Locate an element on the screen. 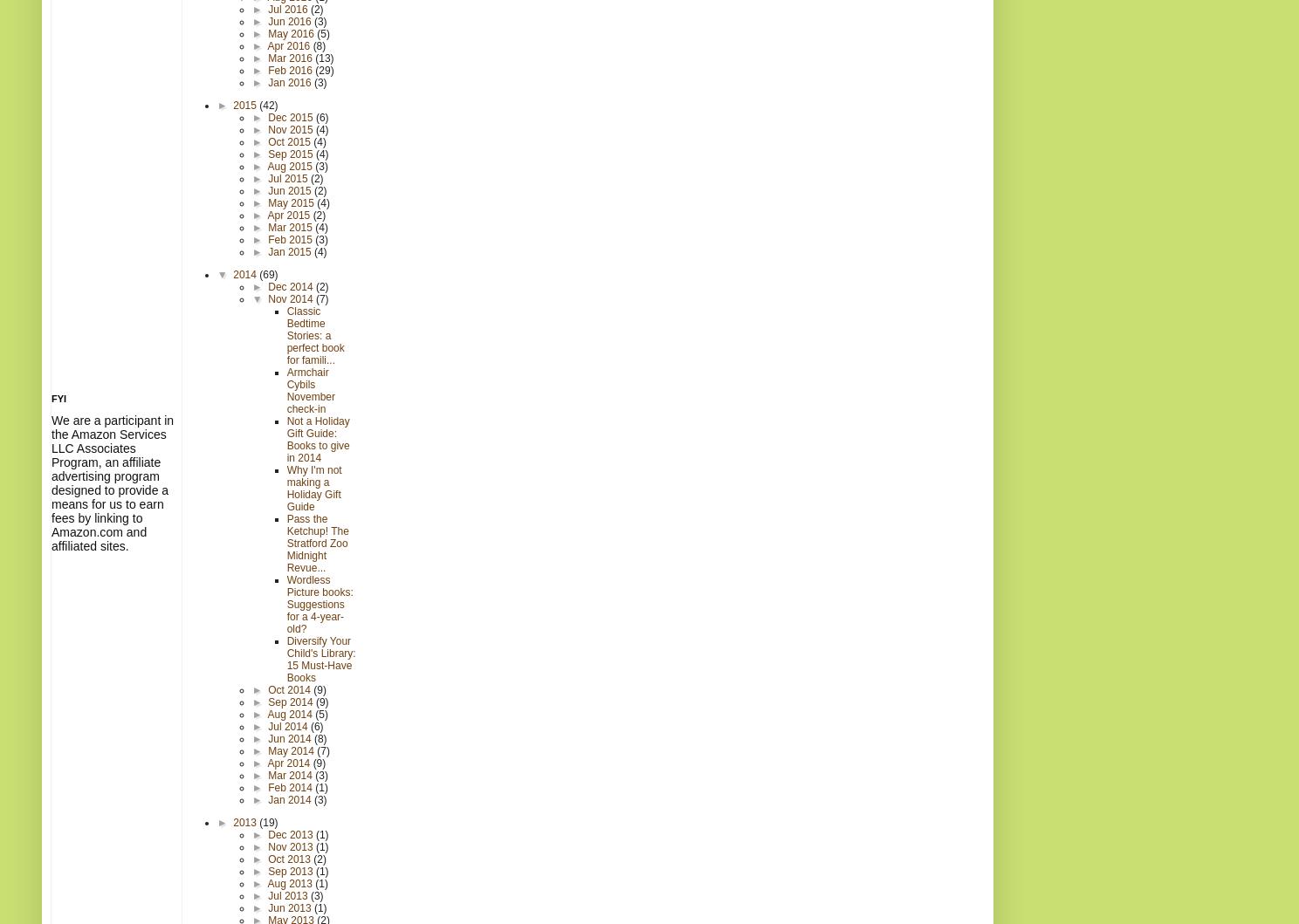 The height and width of the screenshot is (924, 1299). 'May 2014' is located at coordinates (292, 750).